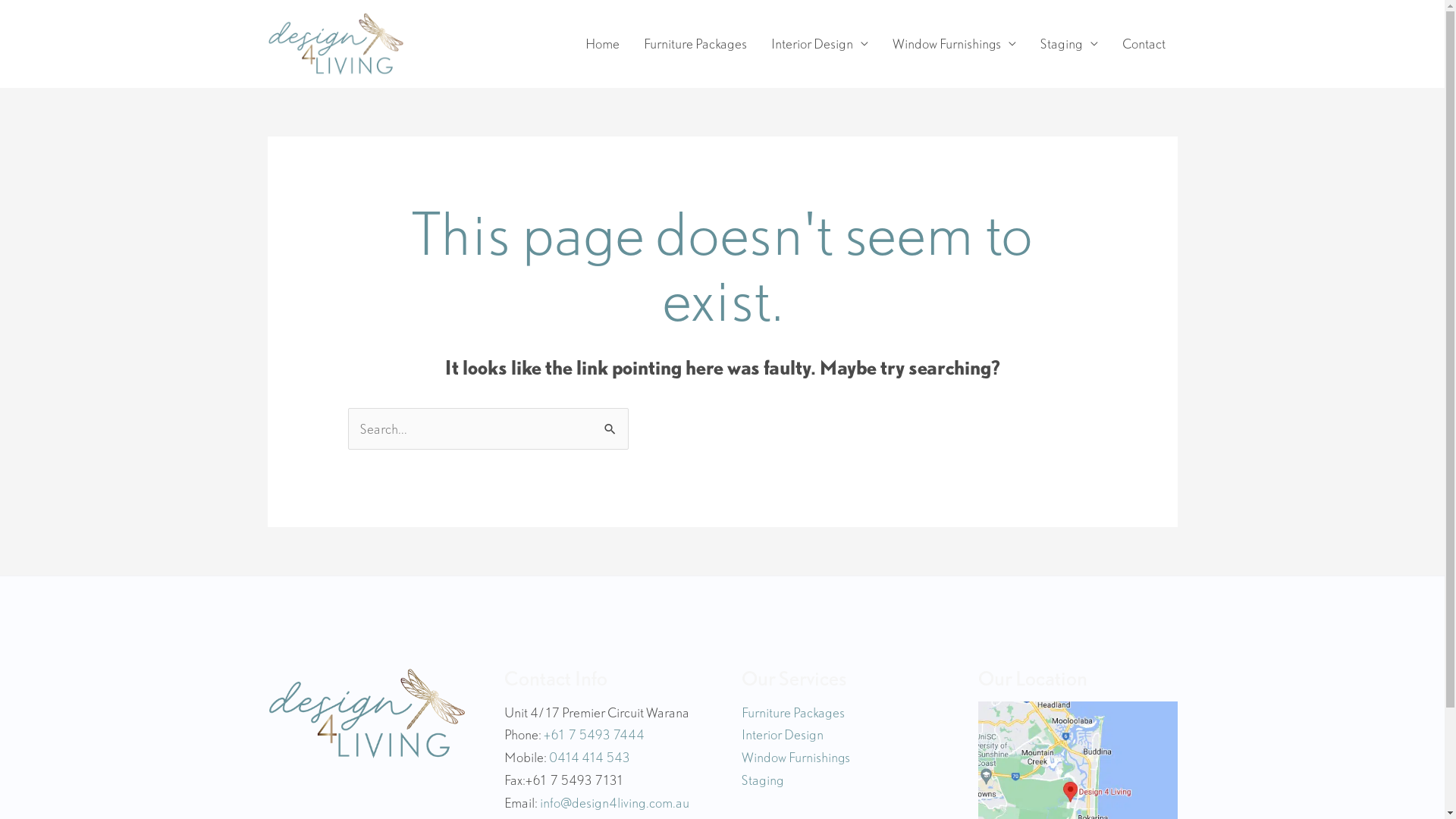  I want to click on 'Staging', so click(1068, 42).